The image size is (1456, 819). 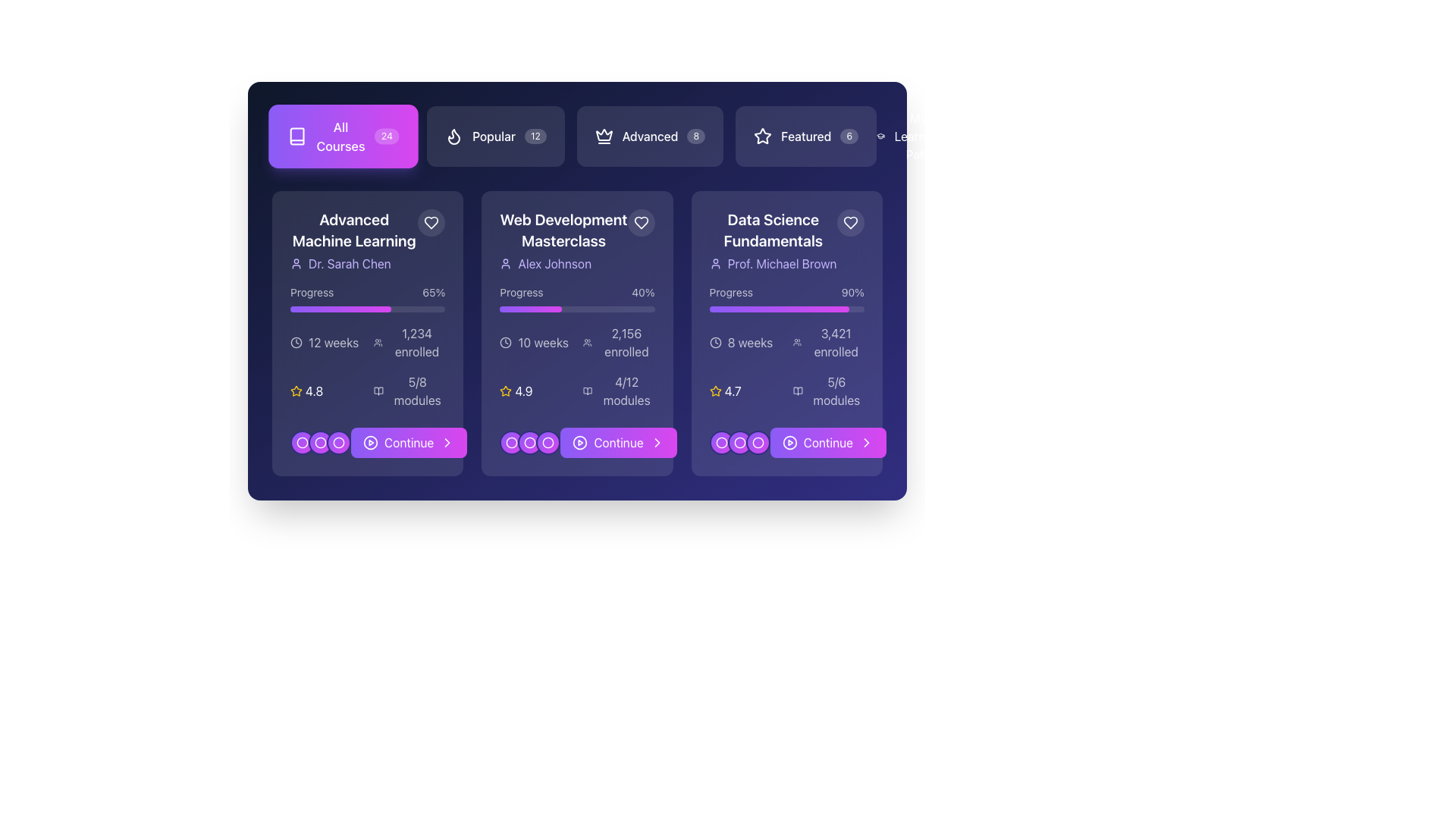 What do you see at coordinates (535, 136) in the screenshot?
I see `the Badge indicator representing the numerical count of items or notifications associated with the 'Popular' category button, positioned adjacent to the text 'Popular' in the navigation bar` at bounding box center [535, 136].